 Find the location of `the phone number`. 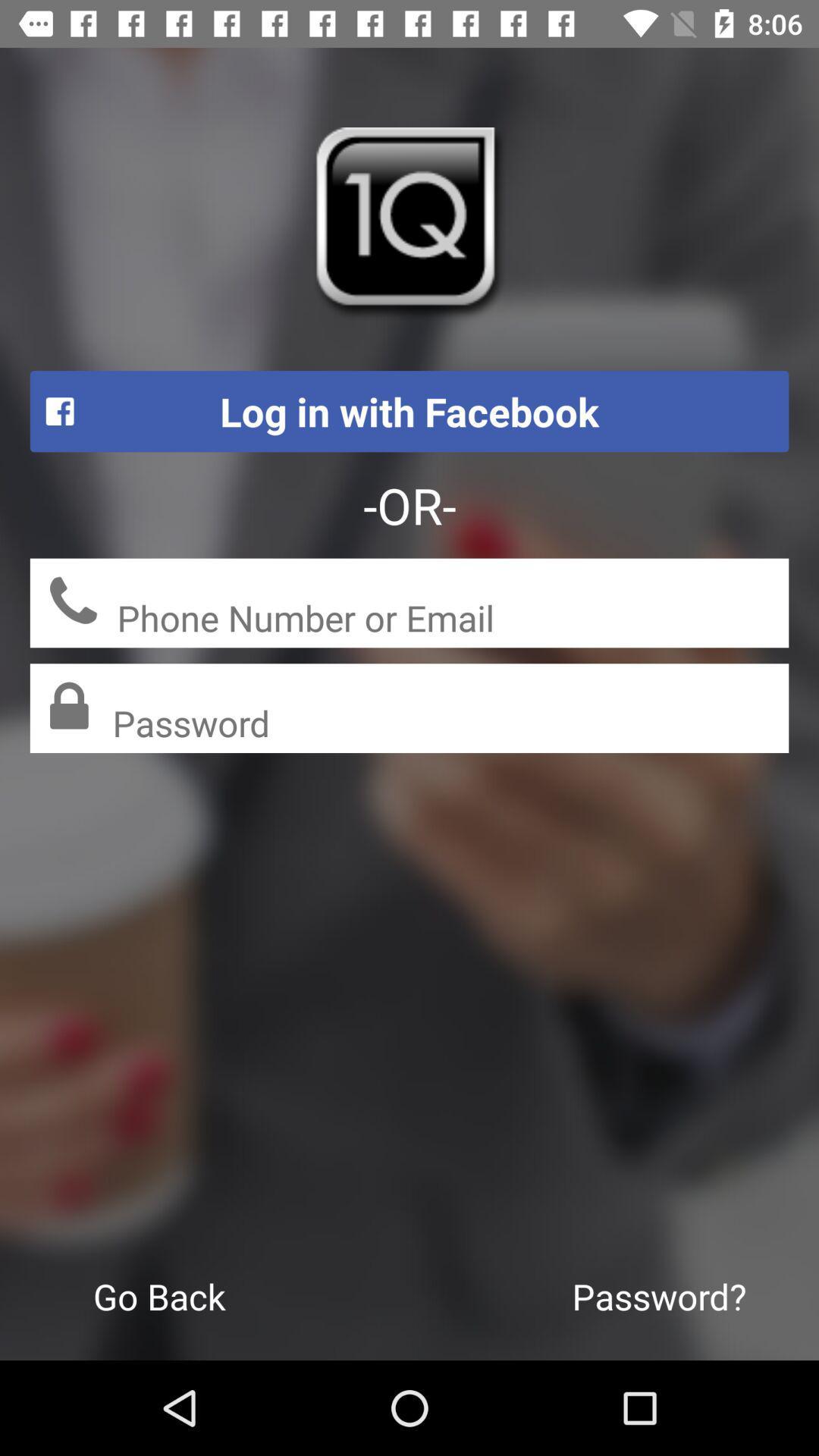

the phone number is located at coordinates (452, 620).